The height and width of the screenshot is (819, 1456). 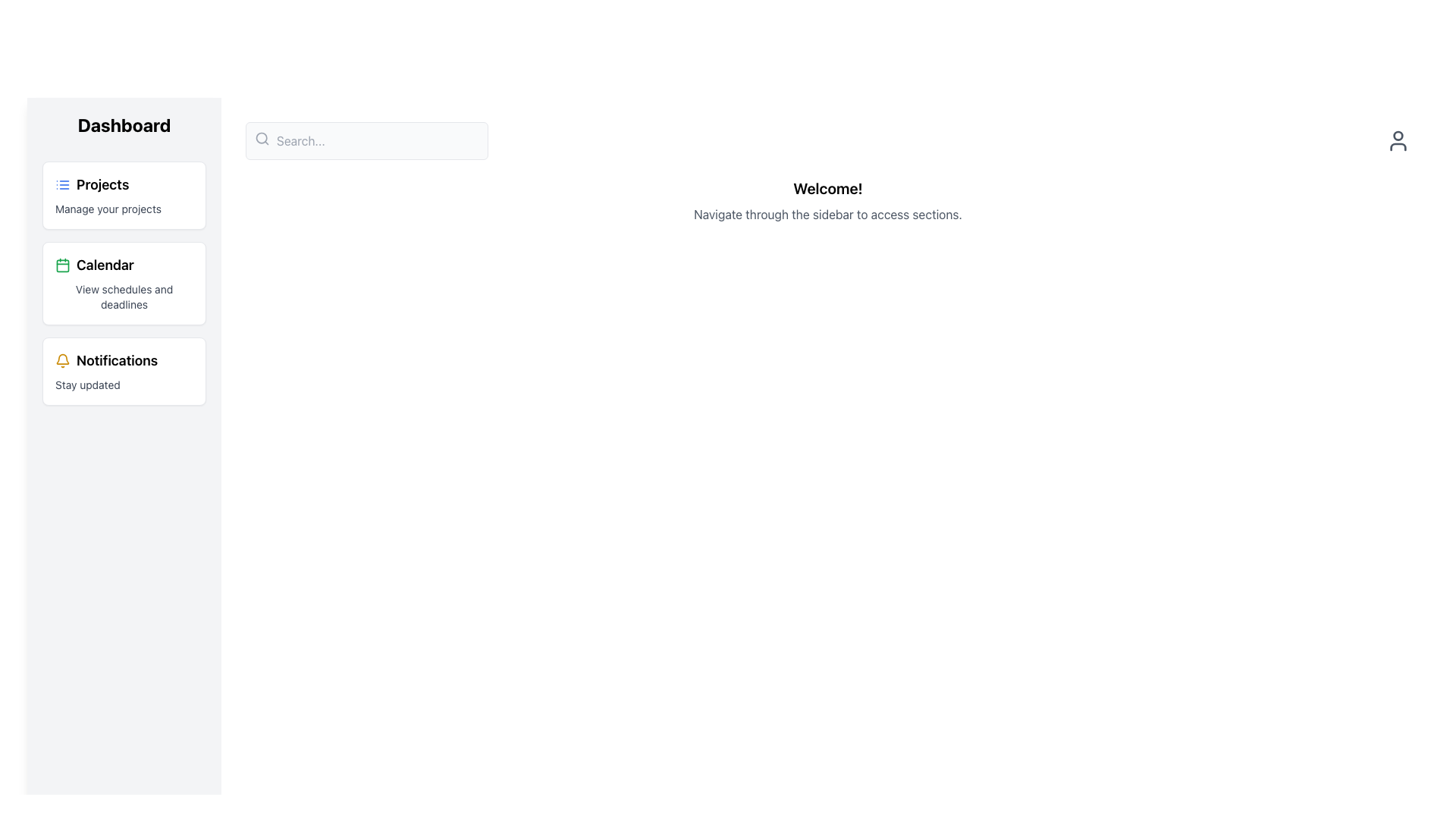 I want to click on the 'Calendar' navigation label located in the sidebar under the 'Dashboard' header, which is the second item in the vertical list of menu options, so click(x=93, y=265).